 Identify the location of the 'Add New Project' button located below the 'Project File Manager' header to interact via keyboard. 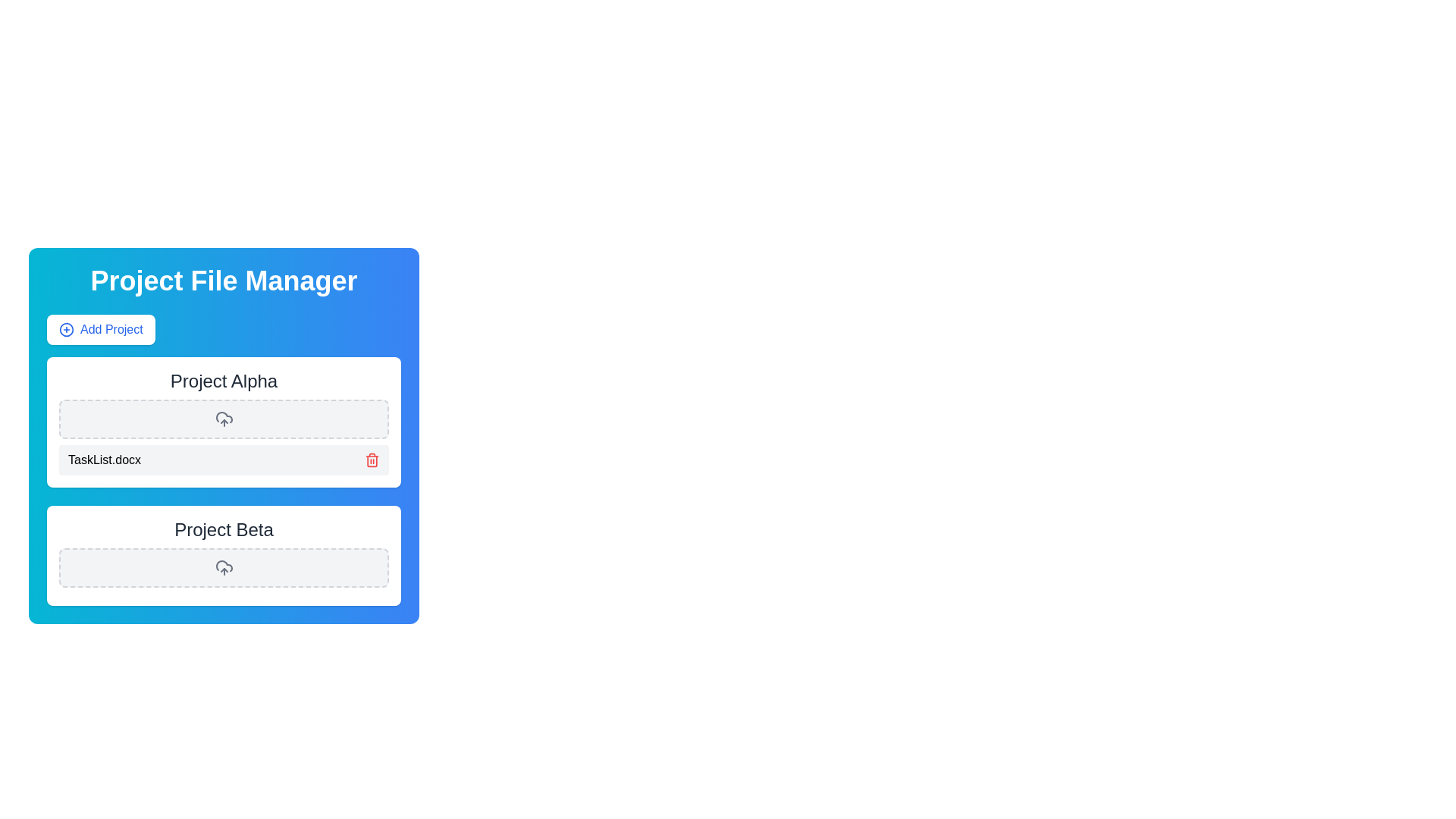
(100, 329).